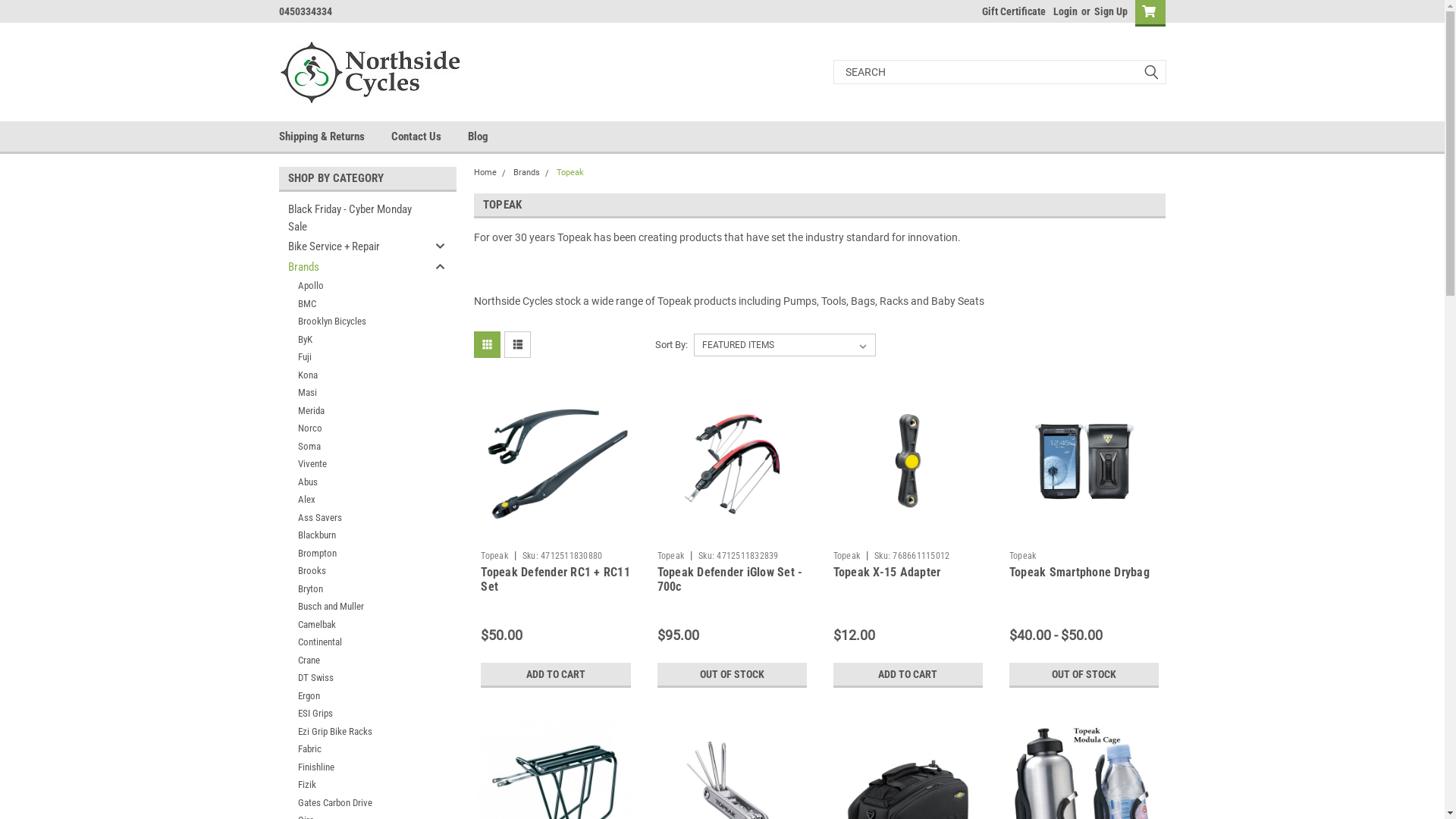  I want to click on 'Topeak Smartphone Drybag', so click(1078, 572).